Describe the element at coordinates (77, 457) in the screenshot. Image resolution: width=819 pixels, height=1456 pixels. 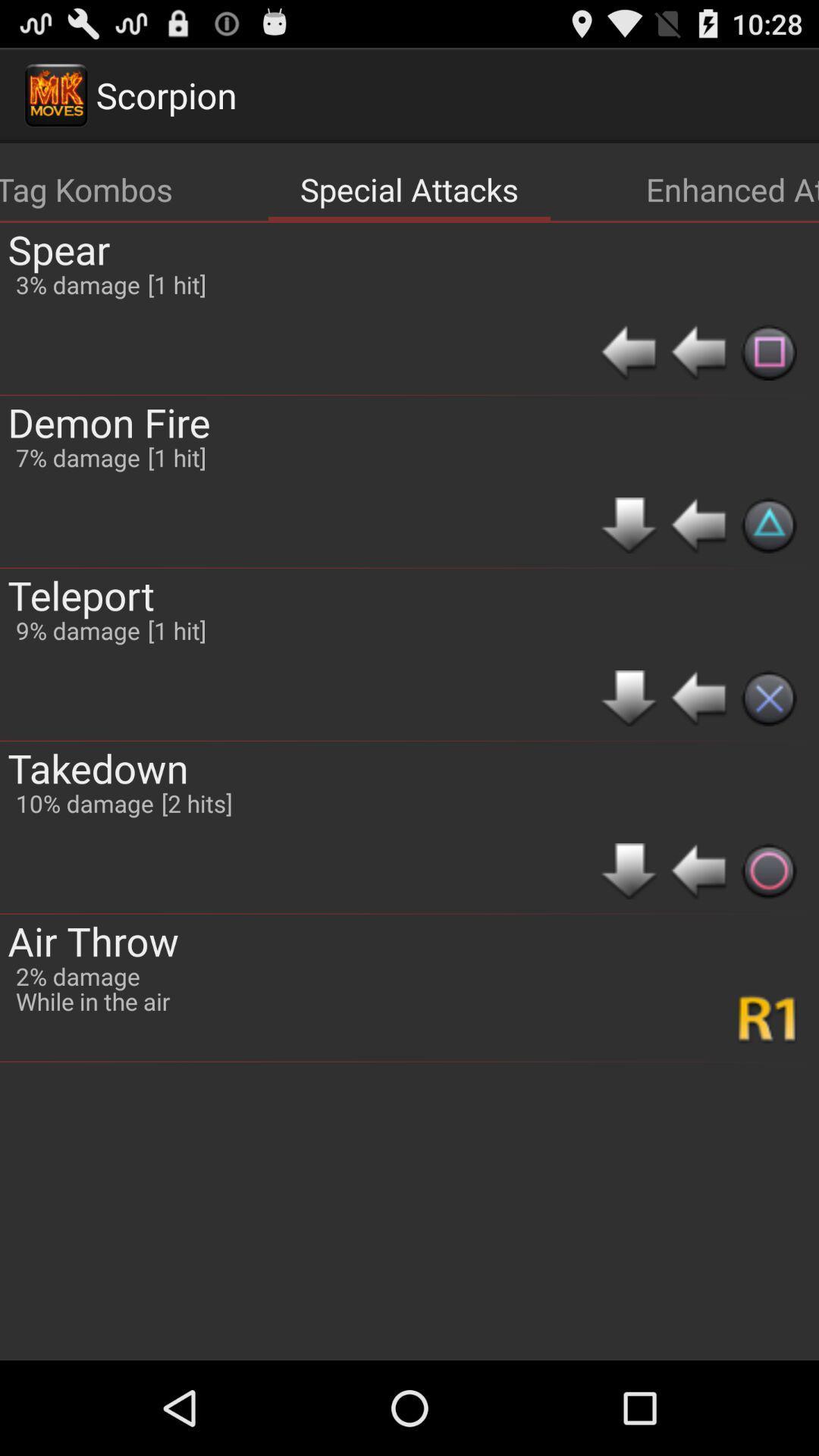
I see `item above the teleport icon` at that location.